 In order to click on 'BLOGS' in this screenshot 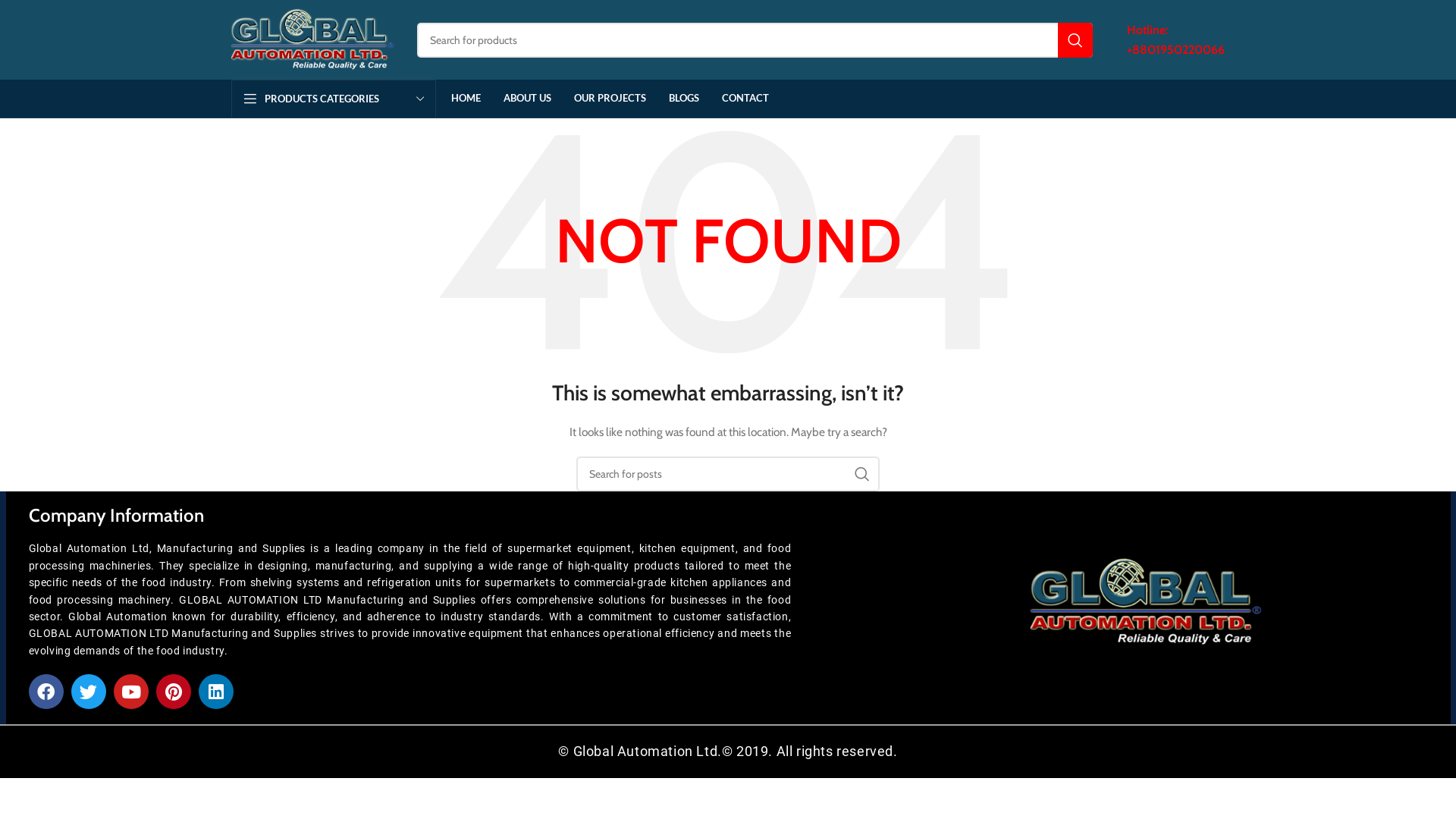, I will do `click(683, 99)`.